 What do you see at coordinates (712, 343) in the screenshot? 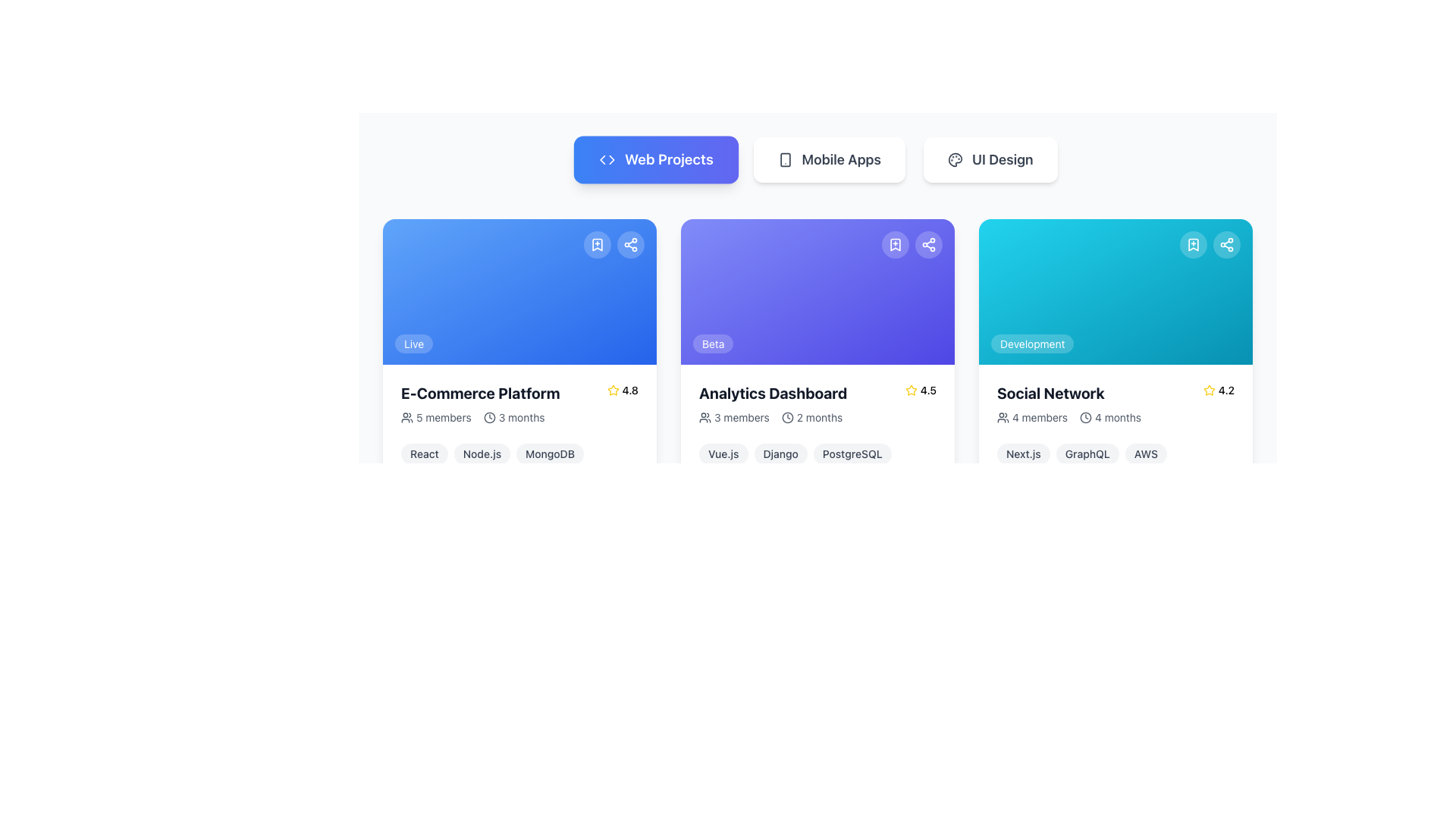
I see `text of the 'Beta' badge located in the lower-left corner of the purple 'Analytics Dashboard' card` at bounding box center [712, 343].